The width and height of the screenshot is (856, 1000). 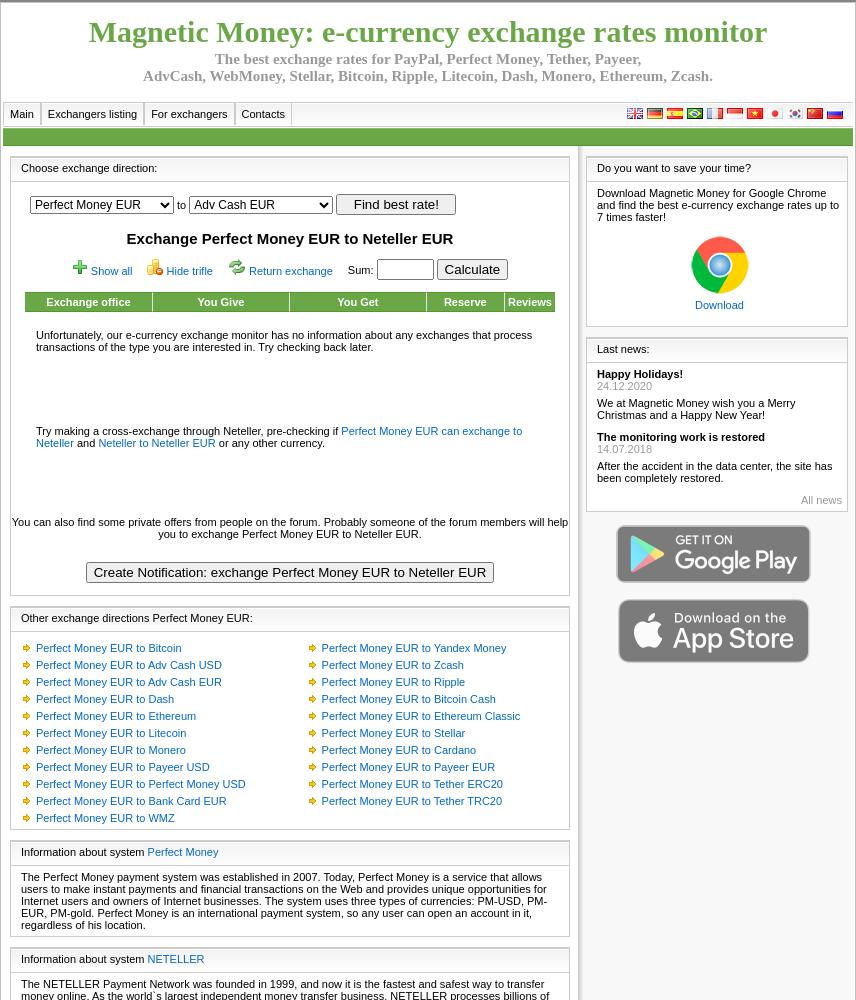 What do you see at coordinates (188, 271) in the screenshot?
I see `'Hide trifle'` at bounding box center [188, 271].